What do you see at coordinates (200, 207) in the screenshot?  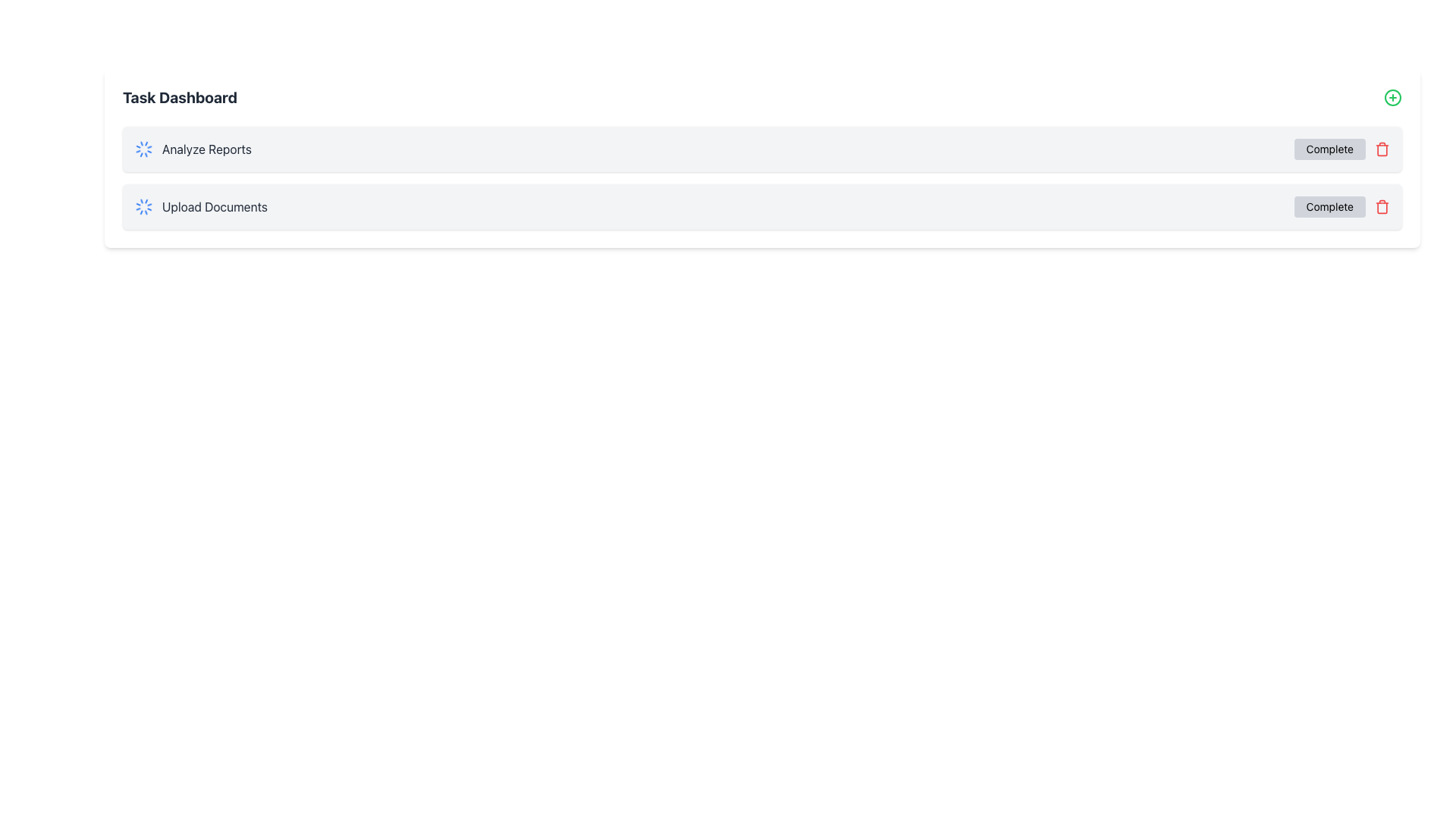 I see `the status of the document uploading process displayed in the second item of the vertical list within the 'Task Dashboard' box` at bounding box center [200, 207].